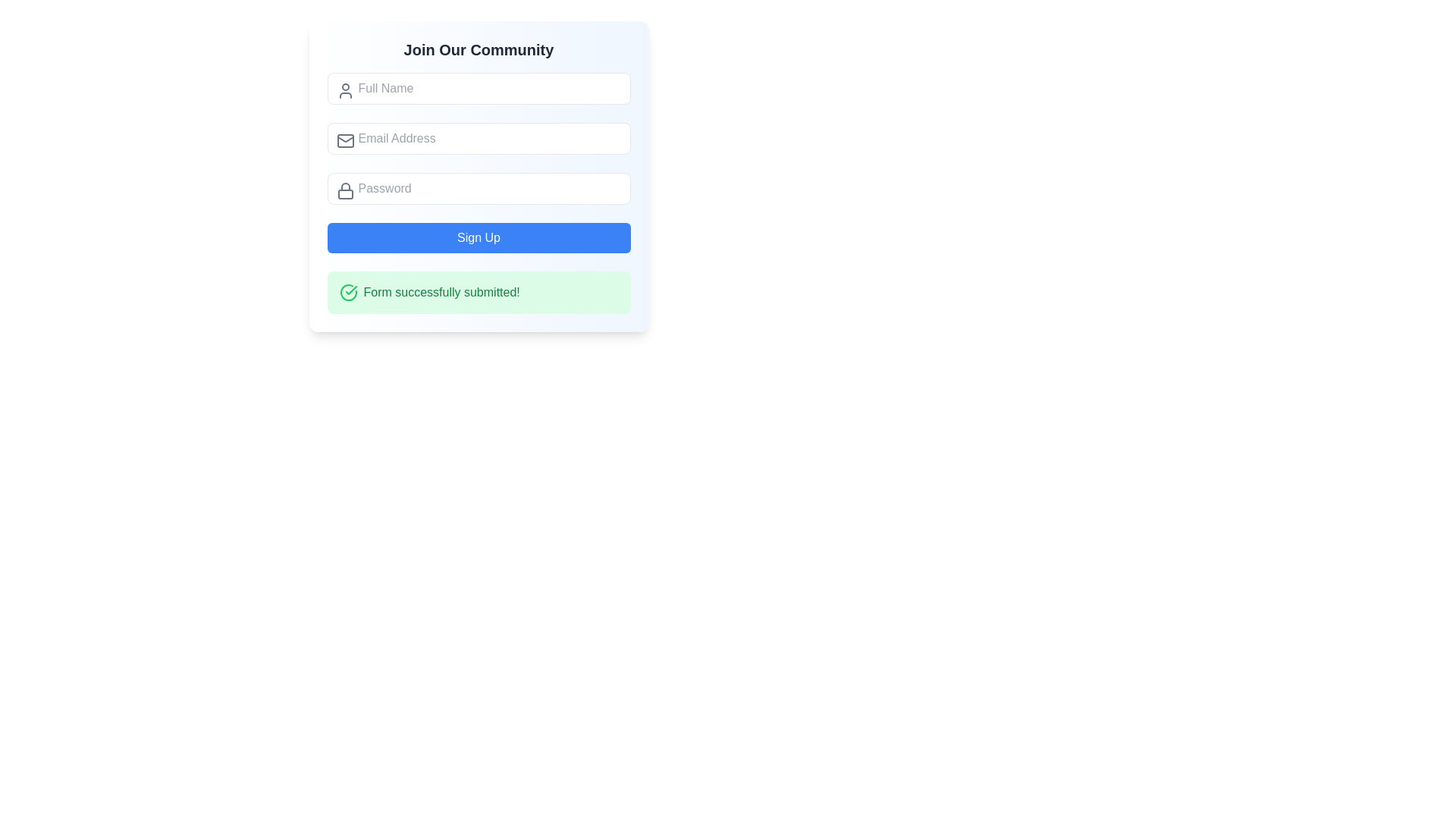 The height and width of the screenshot is (819, 1456). What do you see at coordinates (478, 138) in the screenshot?
I see `the email input field, which is the second input in a form for user registration or login, located in the 'Join Our Community' section` at bounding box center [478, 138].